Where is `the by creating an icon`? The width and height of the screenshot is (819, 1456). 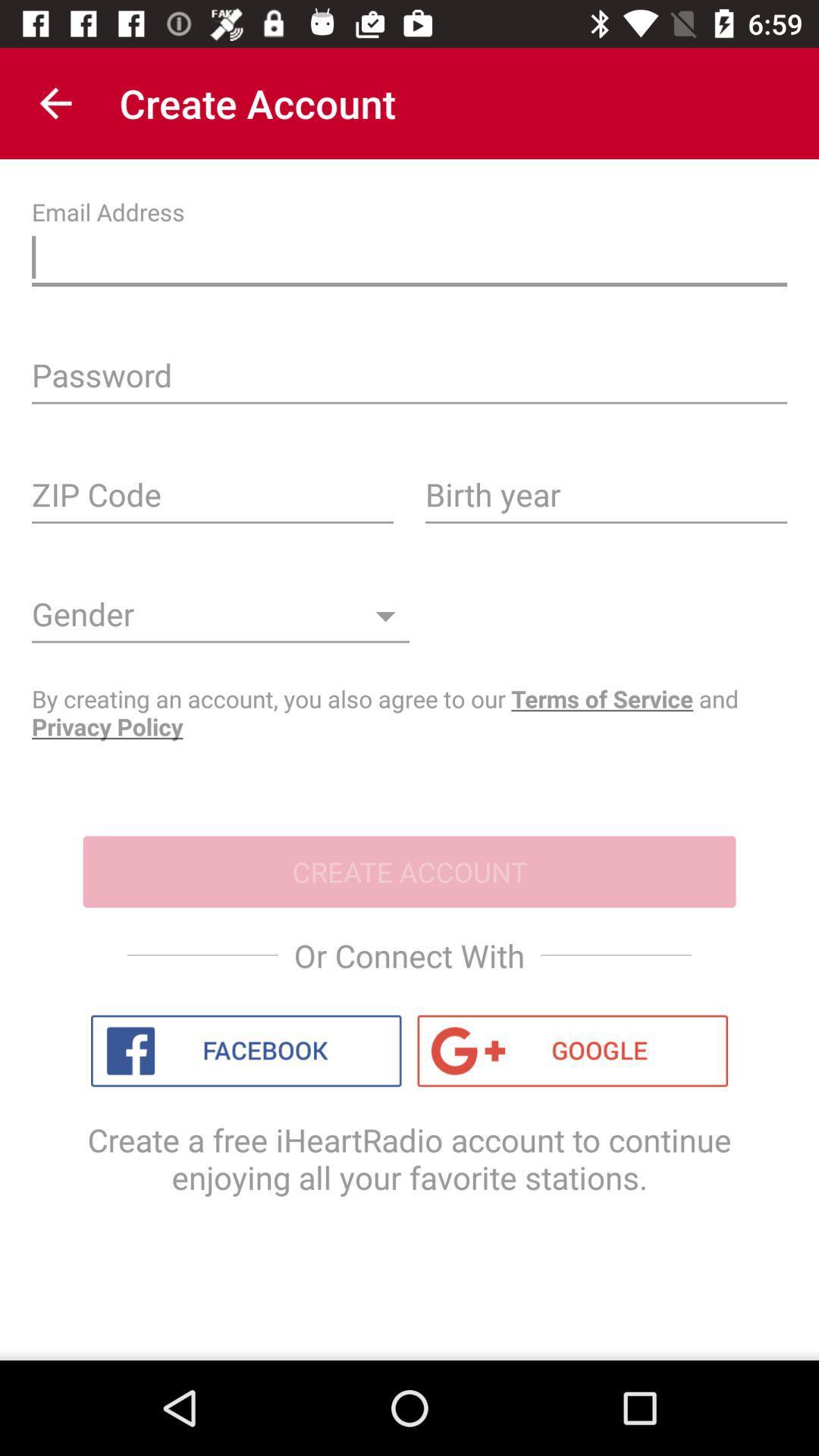 the by creating an icon is located at coordinates (409, 711).